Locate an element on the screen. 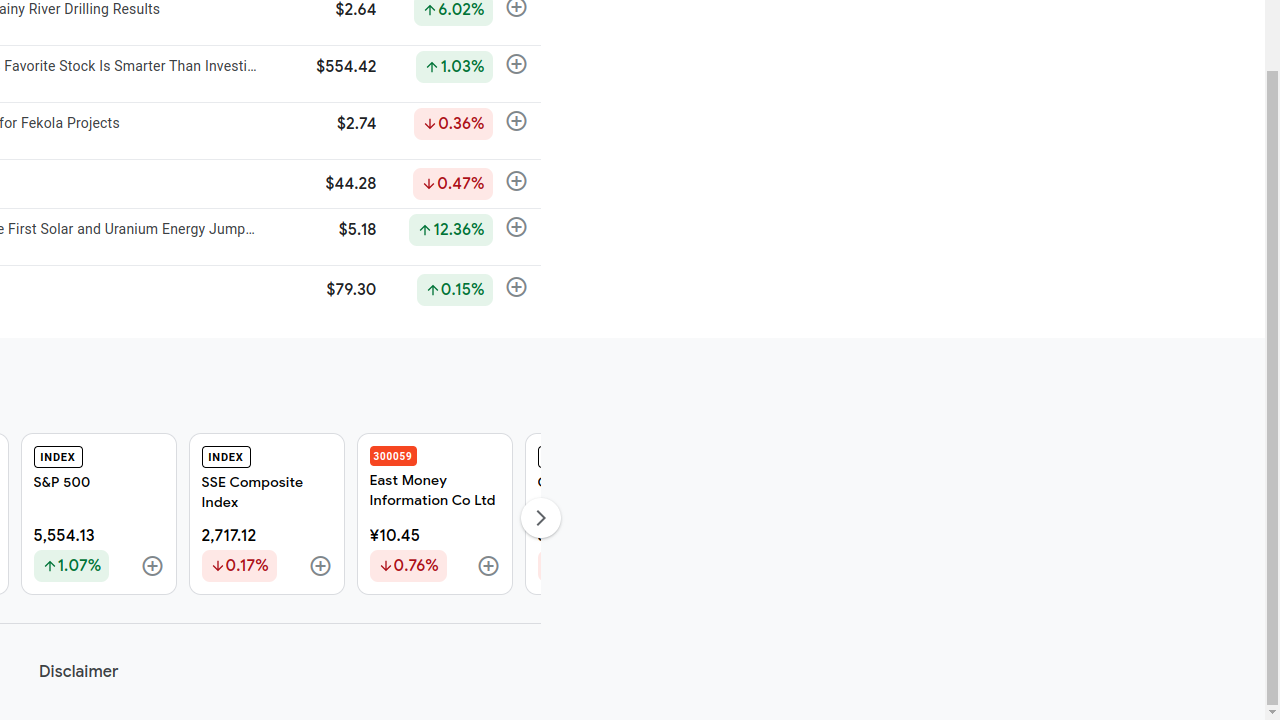 This screenshot has width=1280, height=720. '300059 East Money Information Co Ltd ¥10.45 Down by 0.76%' is located at coordinates (433, 513).